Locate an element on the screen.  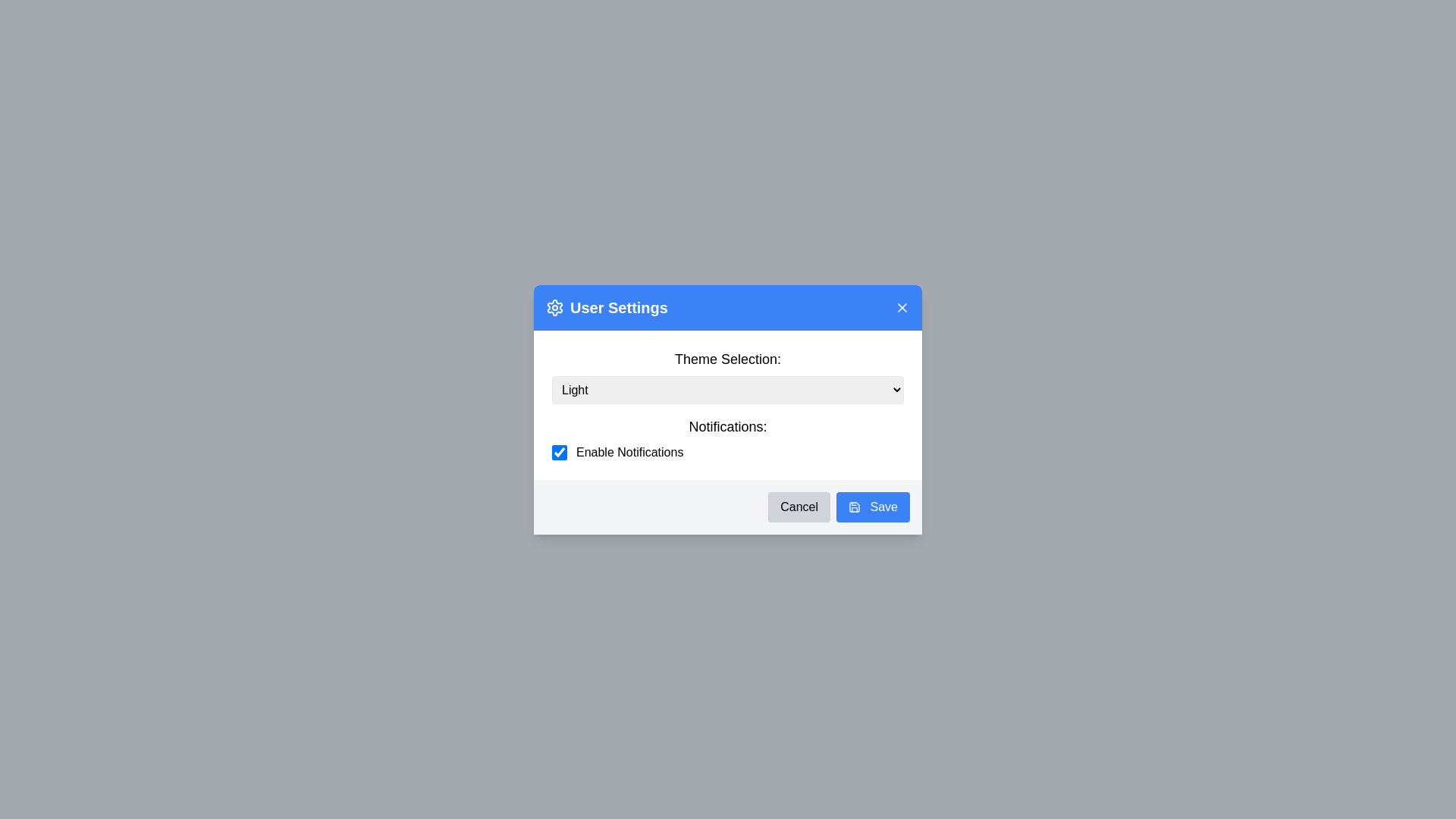
the checkbox with a blue background and a white checkmark, located in the 'Enable Notifications' group below the 'Theme Selection' dropdown is located at coordinates (559, 451).